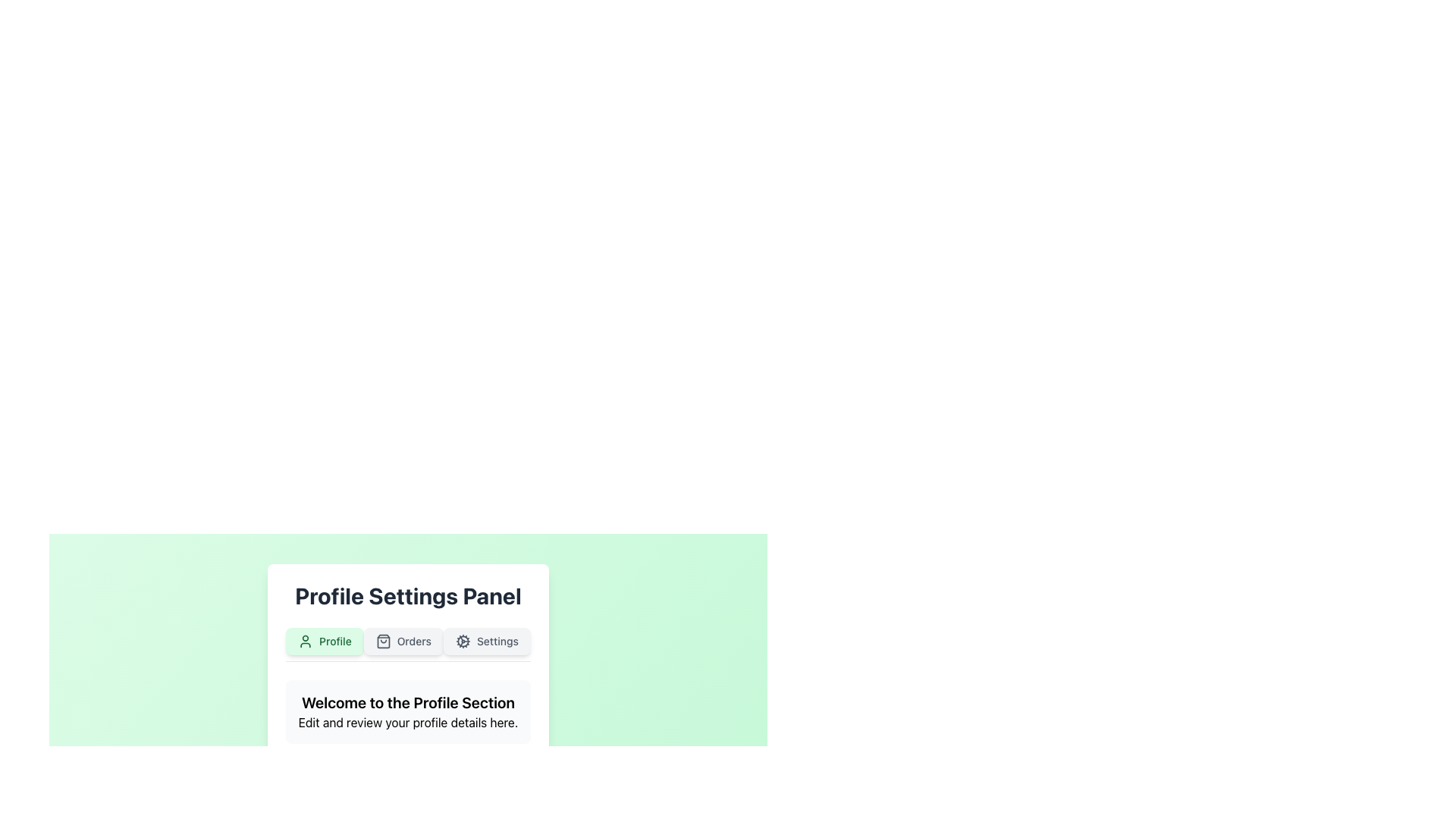  Describe the element at coordinates (487, 641) in the screenshot. I see `the 'Settings' button with a cogwheel icon, which is the third button in the horizontal group located below the 'Profile Settings Panel' header` at that location.